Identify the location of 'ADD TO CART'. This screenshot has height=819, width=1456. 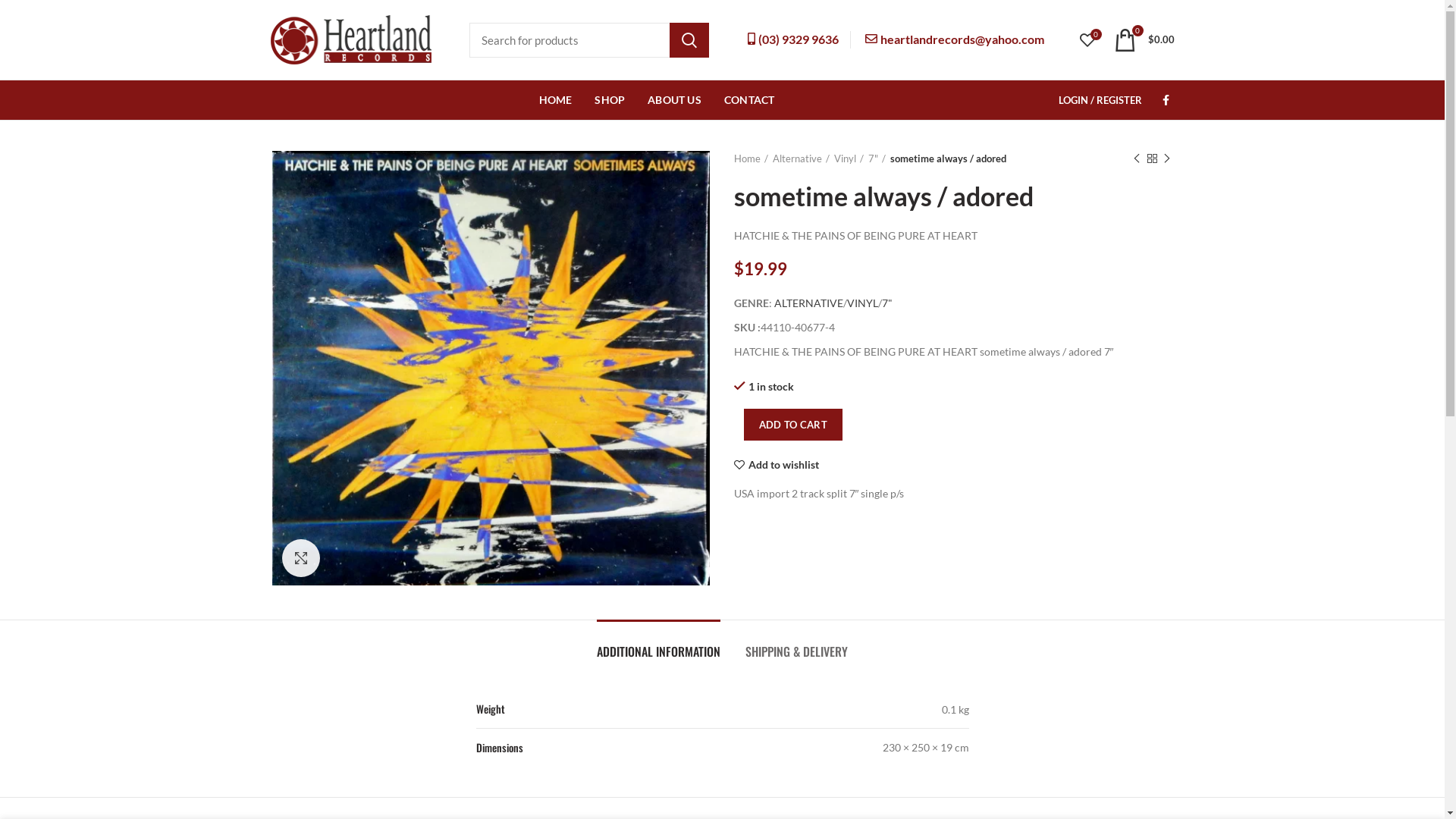
(792, 424).